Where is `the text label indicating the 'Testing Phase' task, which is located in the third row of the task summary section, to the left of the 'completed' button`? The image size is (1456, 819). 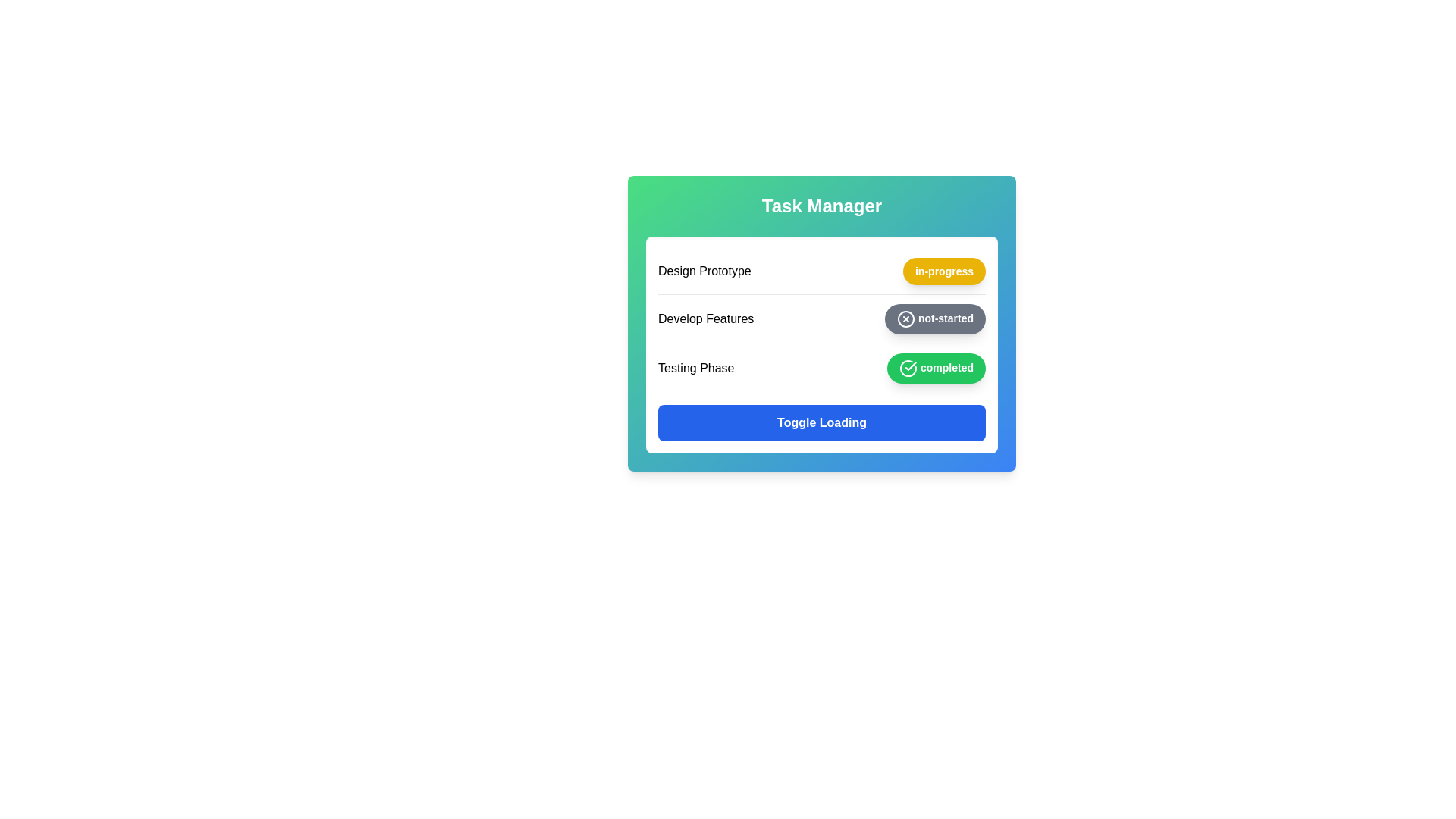 the text label indicating the 'Testing Phase' task, which is located in the third row of the task summary section, to the left of the 'completed' button is located at coordinates (695, 369).